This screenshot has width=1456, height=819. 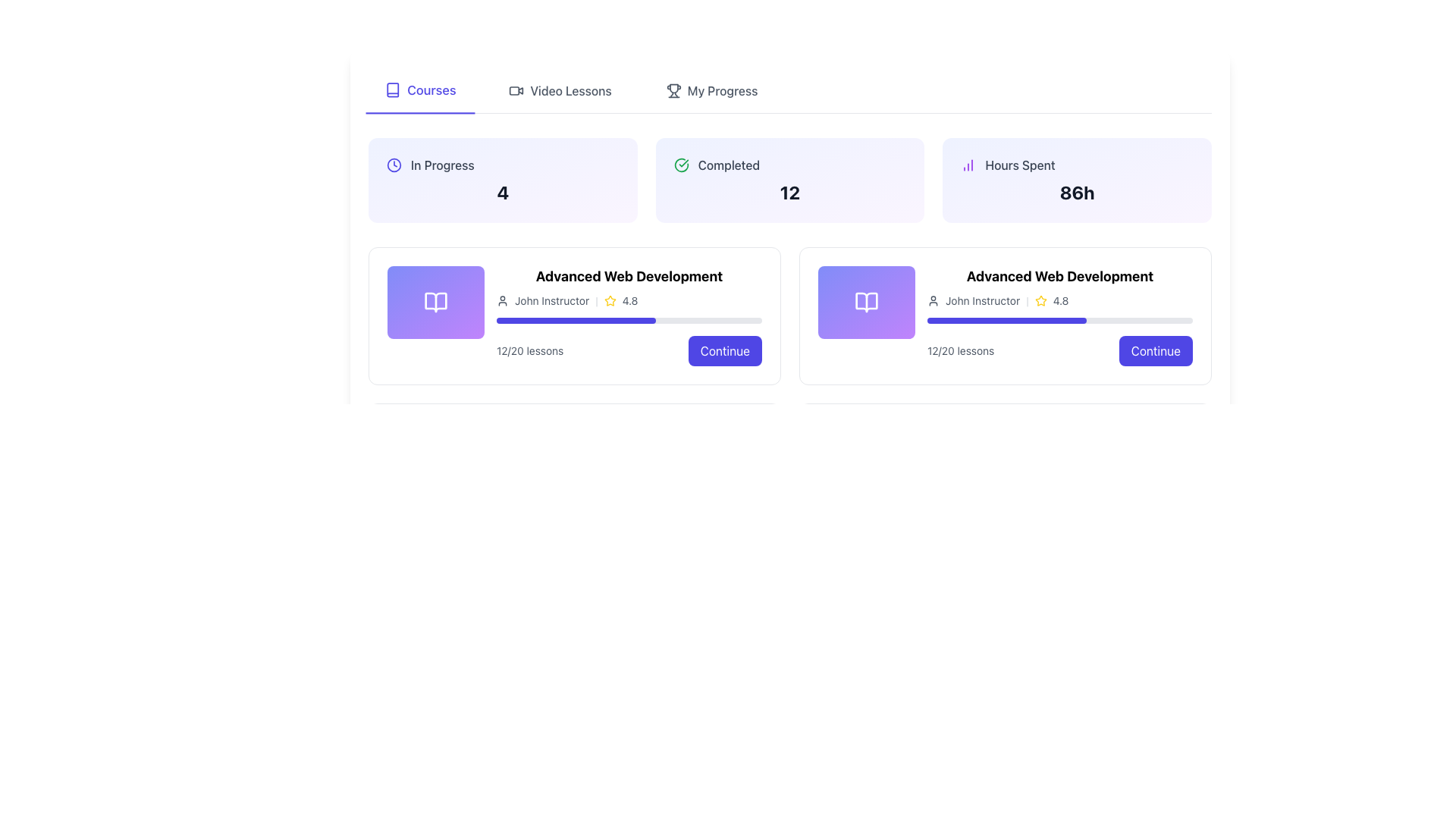 I want to click on the black book icon located in the top navigation bar, which is part of the 'Courses' section, so click(x=393, y=89).